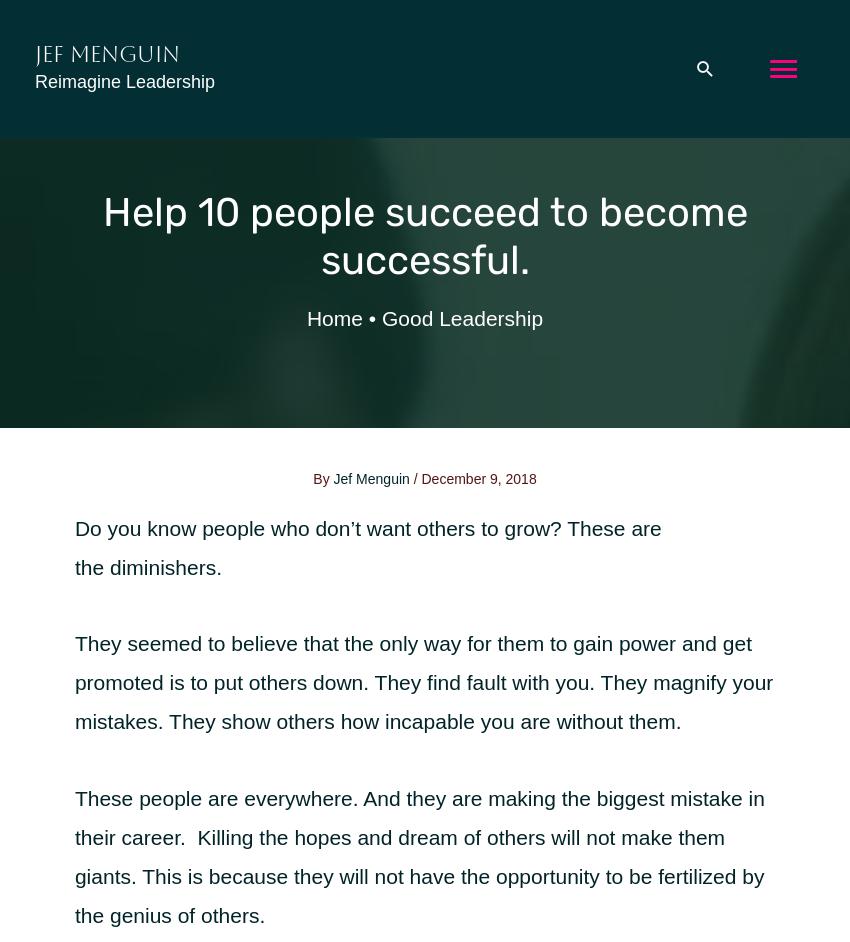  I want to click on 'Help 10 people succeed to become successful.', so click(101, 235).